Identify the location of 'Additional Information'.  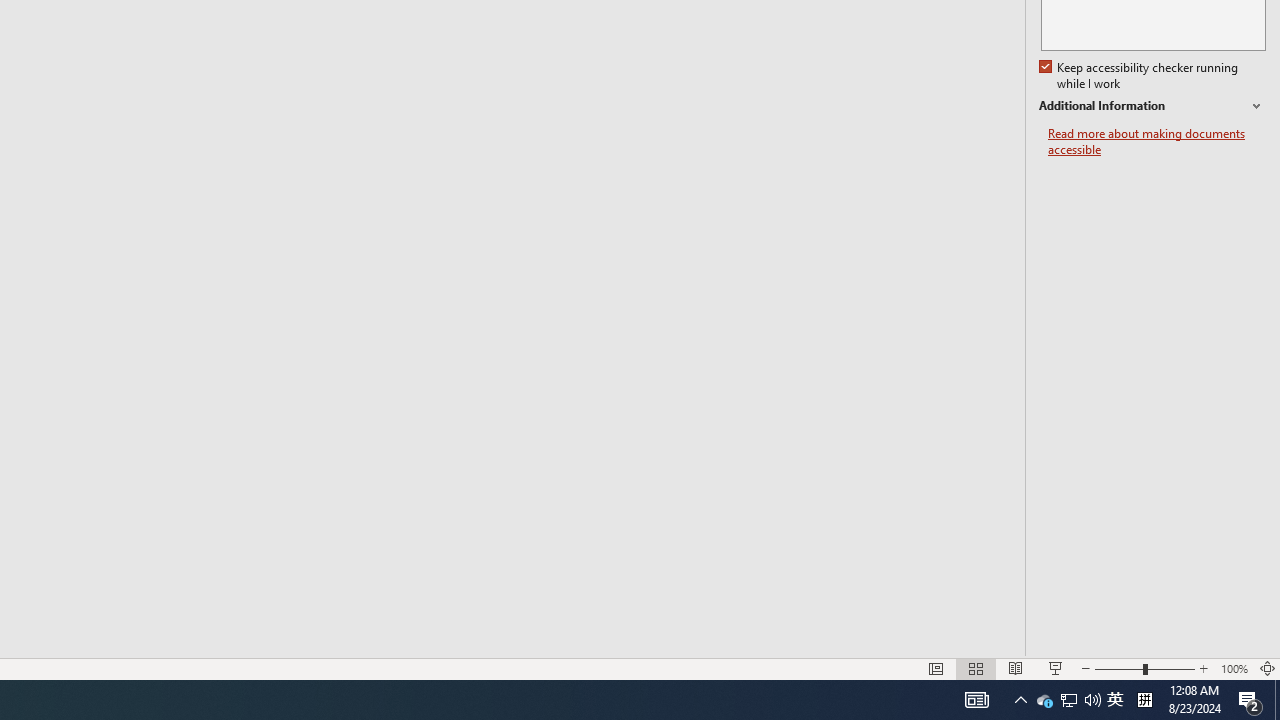
(1152, 106).